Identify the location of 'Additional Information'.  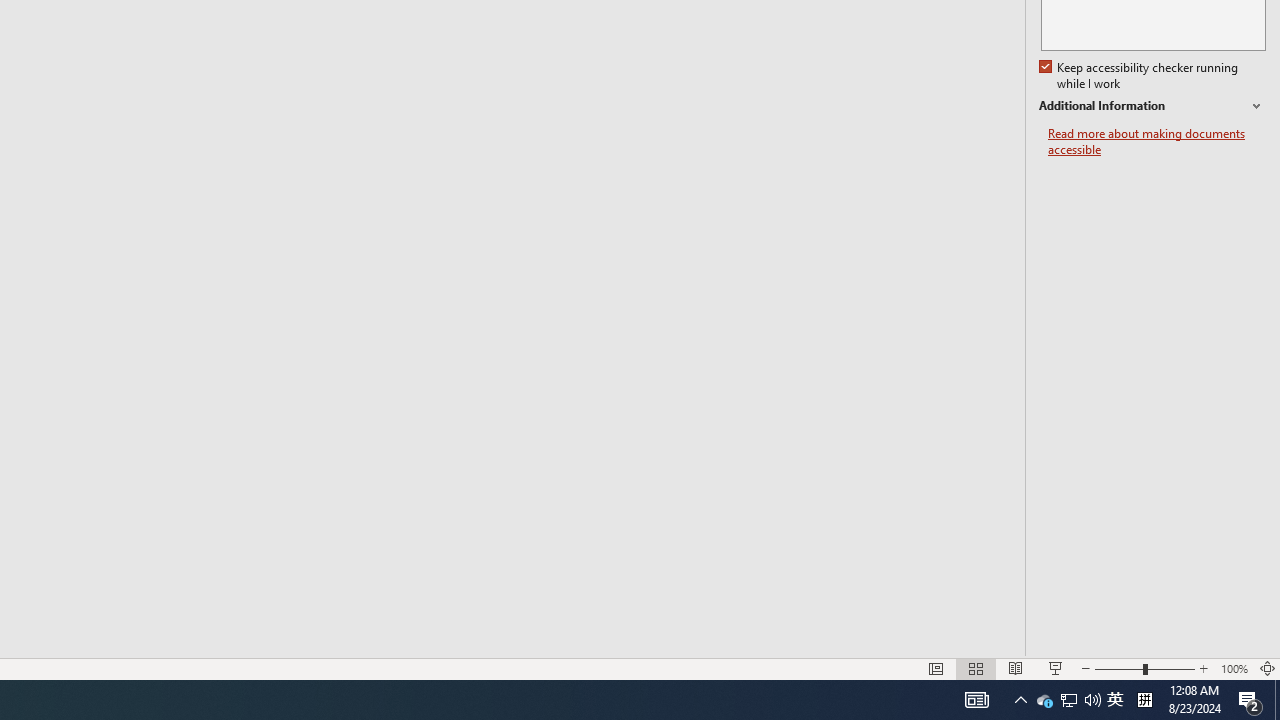
(1152, 106).